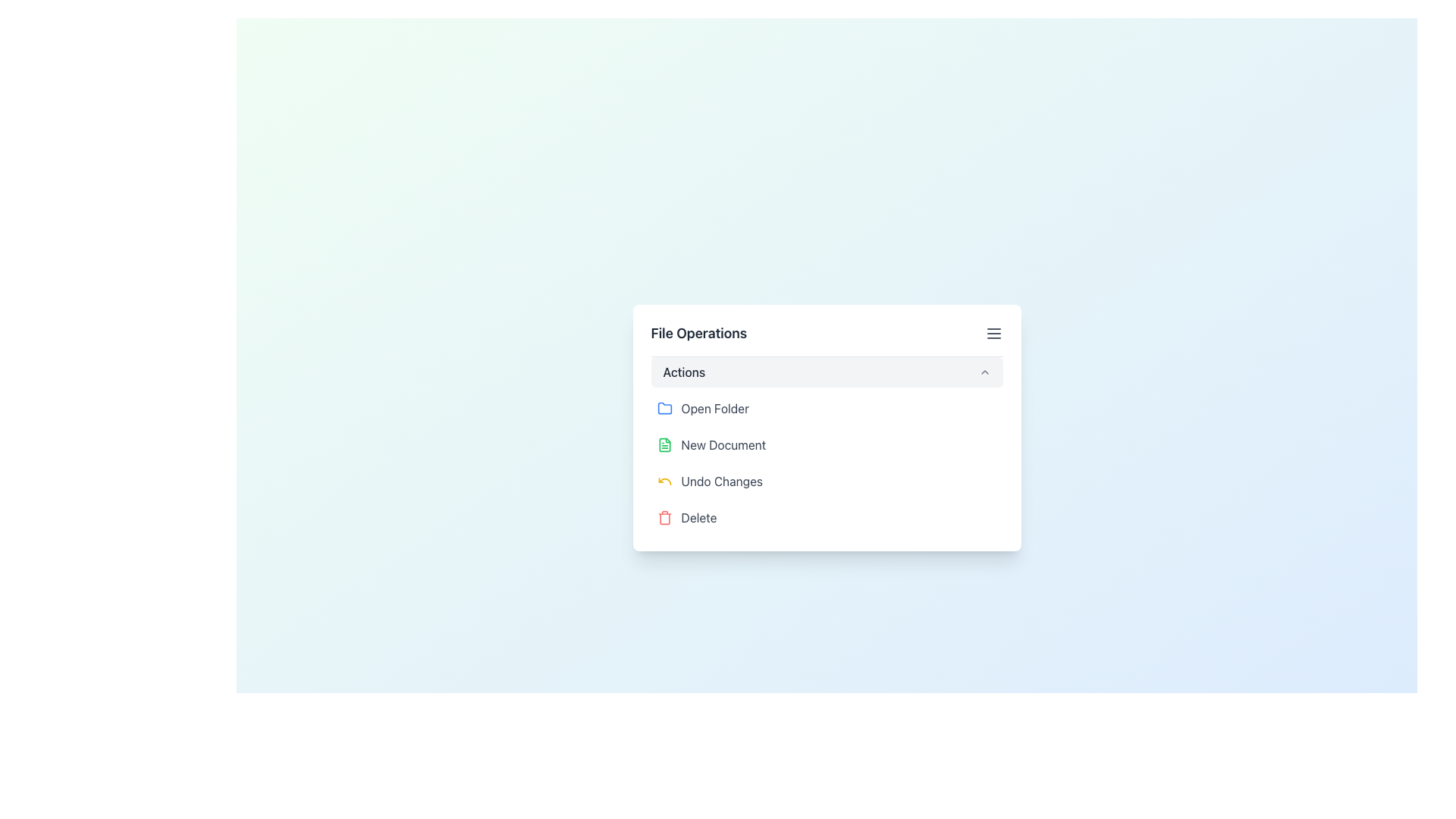 The image size is (1456, 819). Describe the element at coordinates (714, 407) in the screenshot. I see `the text label that describes the action associated with opening a folder, which is positioned to the right of the blue folder icon in the 'Open Folder' menu item` at that location.